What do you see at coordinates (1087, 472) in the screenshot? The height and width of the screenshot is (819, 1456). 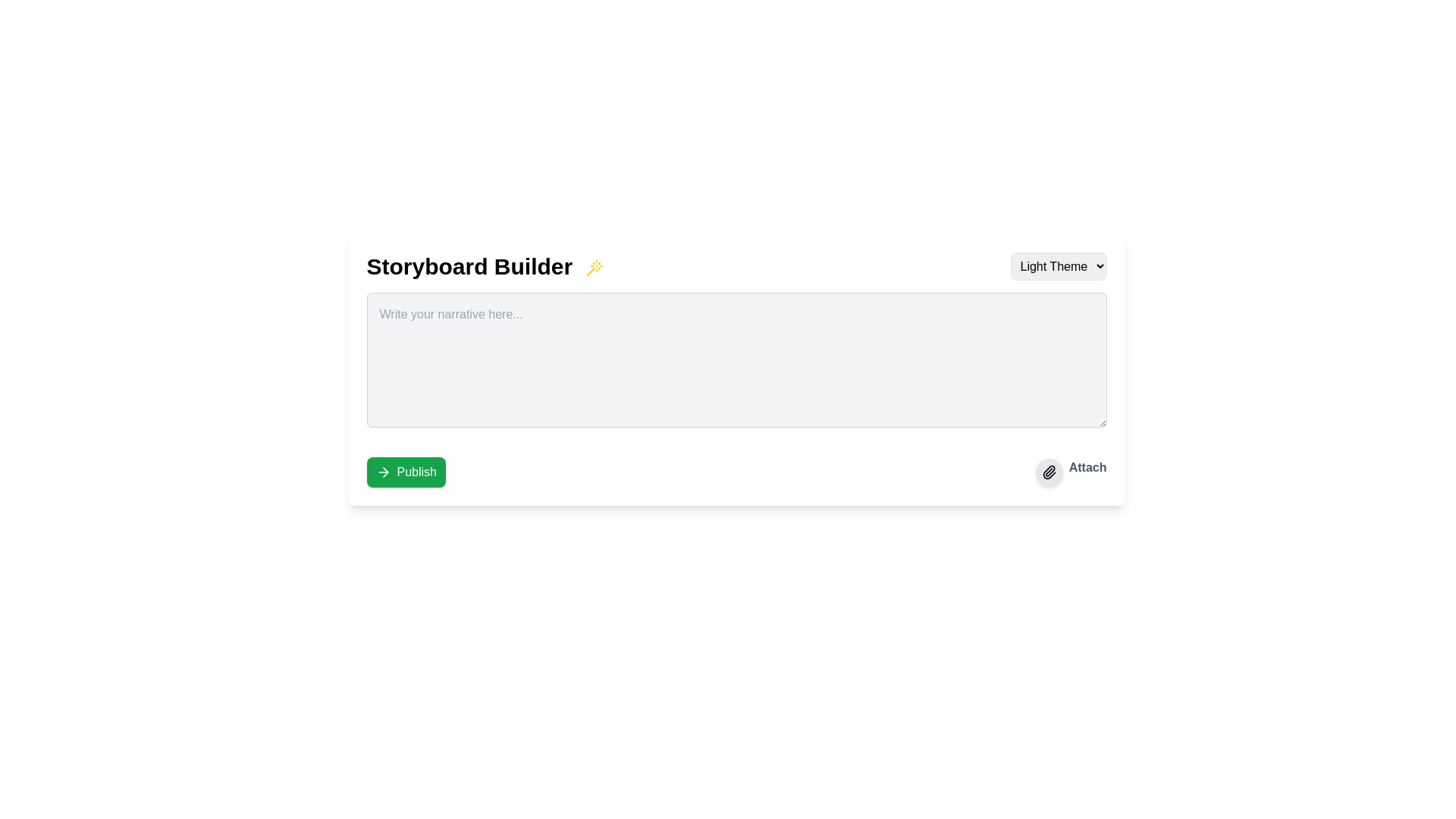 I see `the 'Attach' text label with bold gray font, positioned to the right of a paperclip icon in the bottom-right corner of the main layout` at bounding box center [1087, 472].